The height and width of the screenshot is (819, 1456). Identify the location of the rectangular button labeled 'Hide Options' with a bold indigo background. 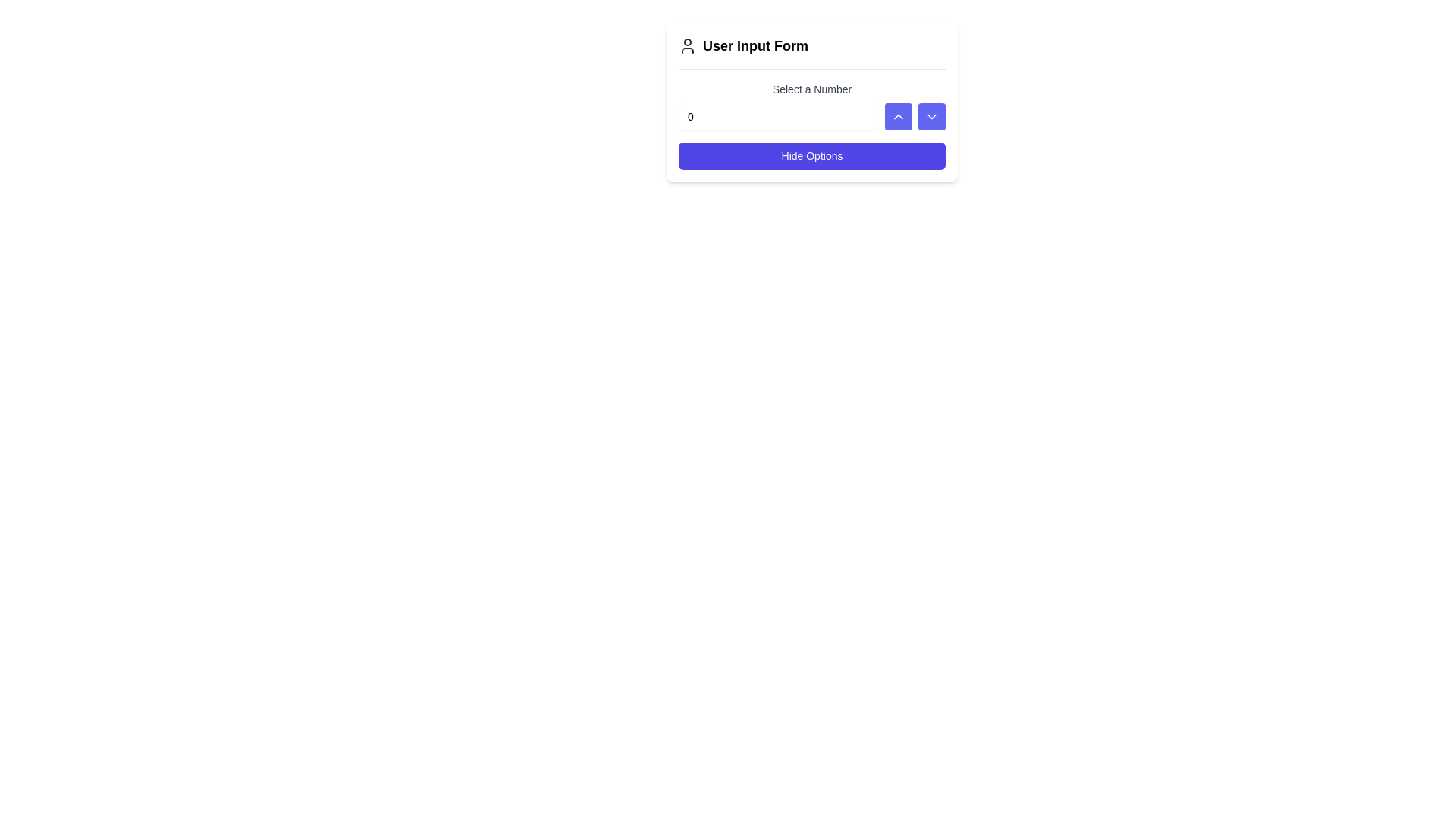
(811, 155).